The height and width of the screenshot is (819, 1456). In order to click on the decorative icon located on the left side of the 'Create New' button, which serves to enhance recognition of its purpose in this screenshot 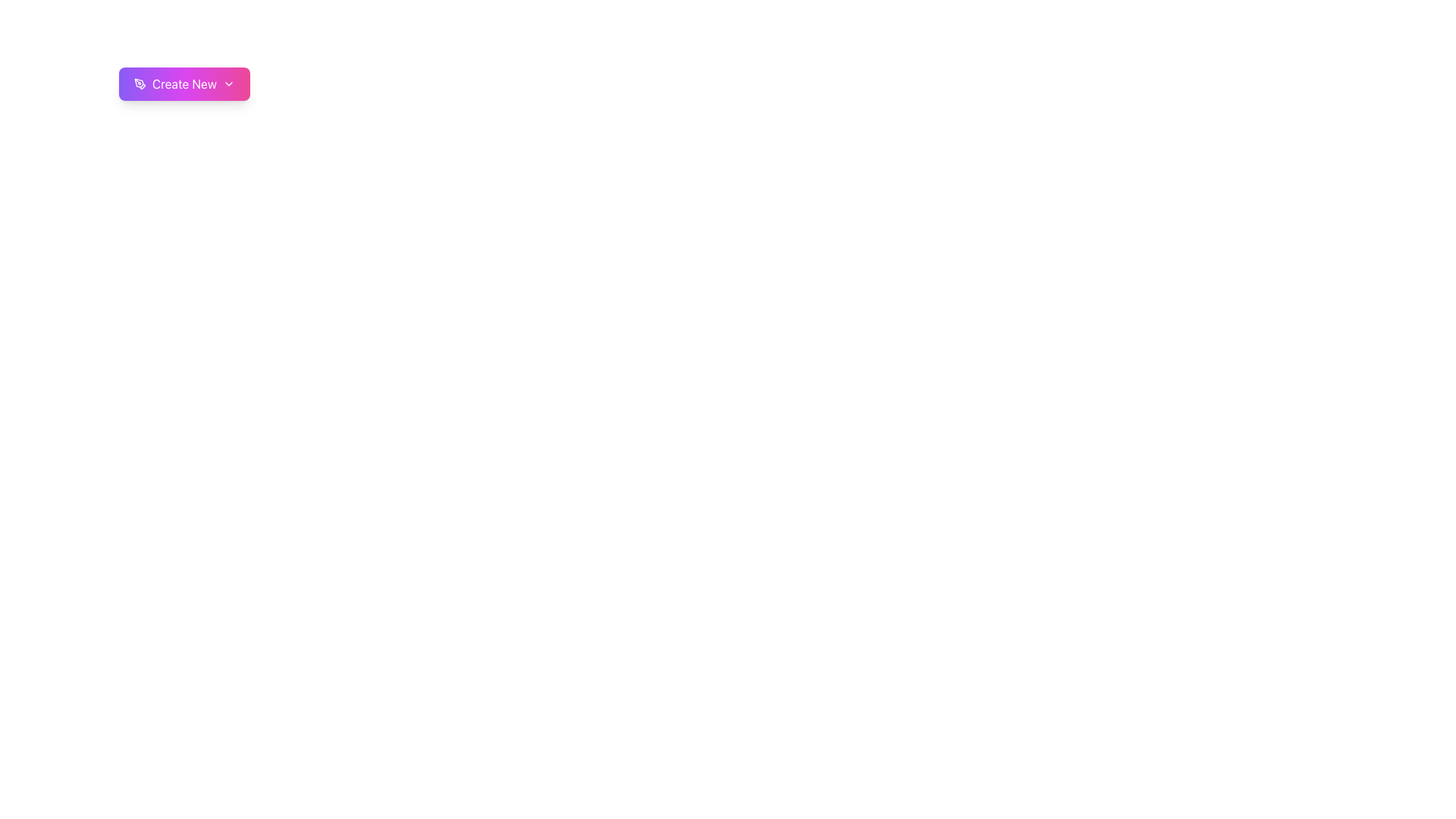, I will do `click(139, 83)`.